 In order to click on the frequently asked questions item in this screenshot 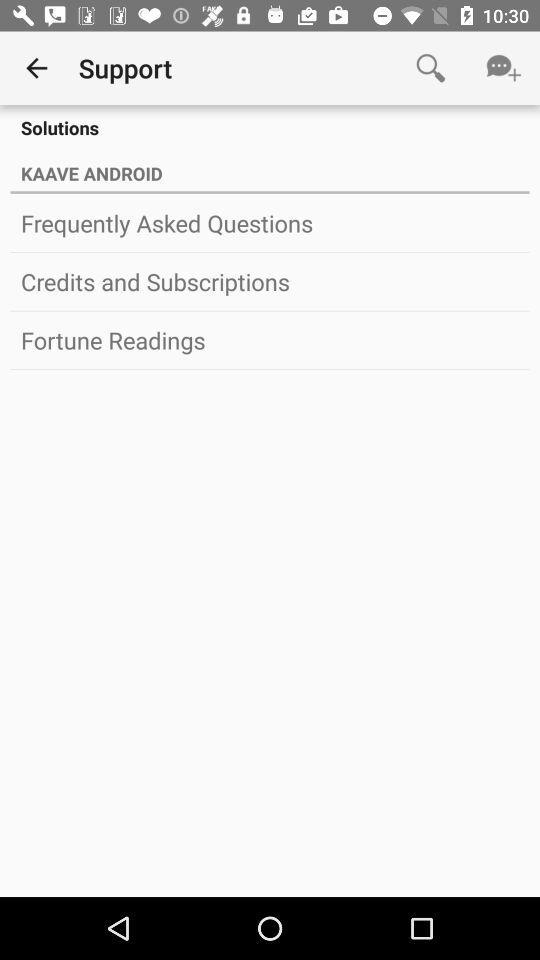, I will do `click(270, 223)`.